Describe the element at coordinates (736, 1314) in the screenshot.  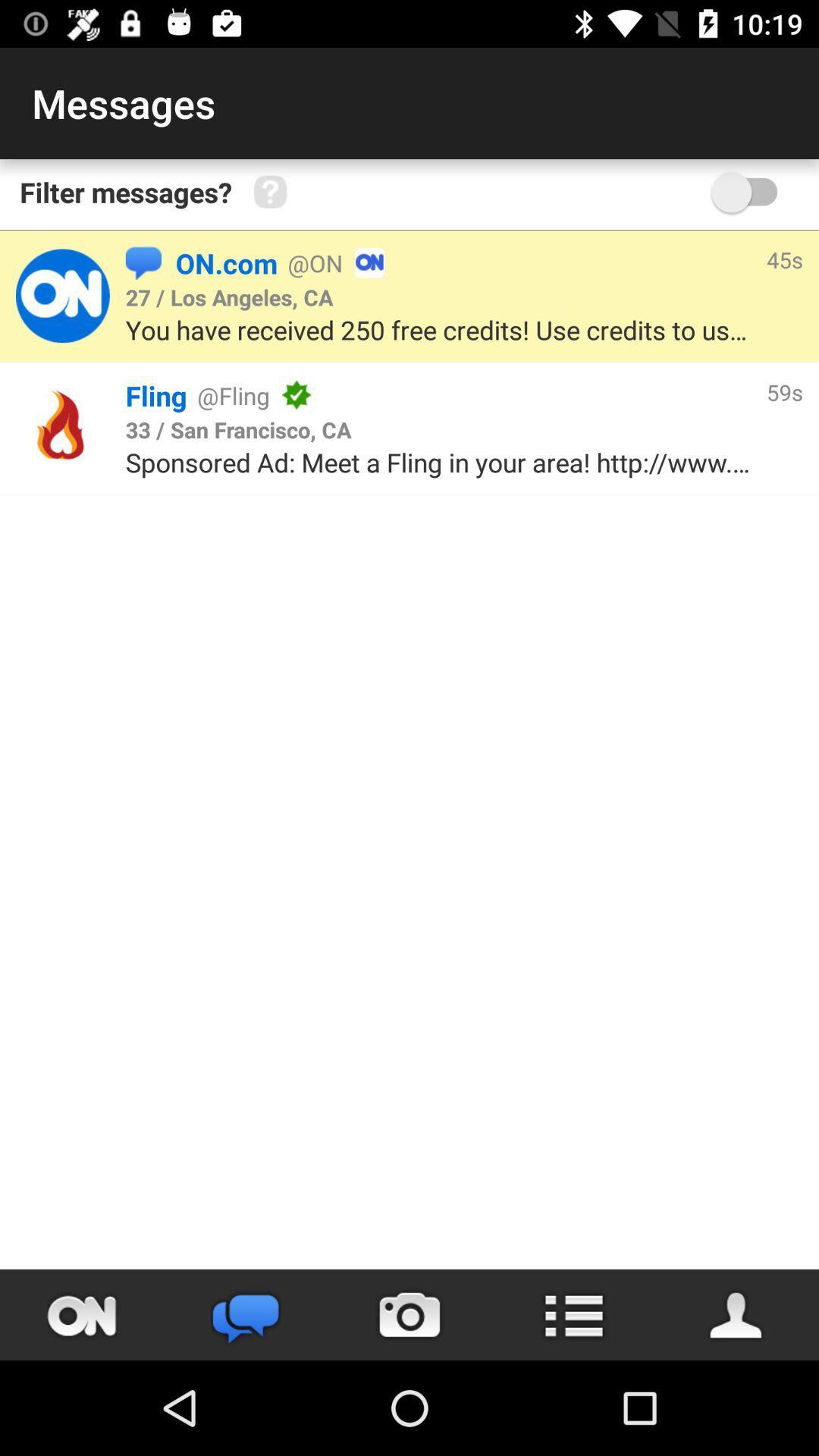
I see `the avatar icon` at that location.